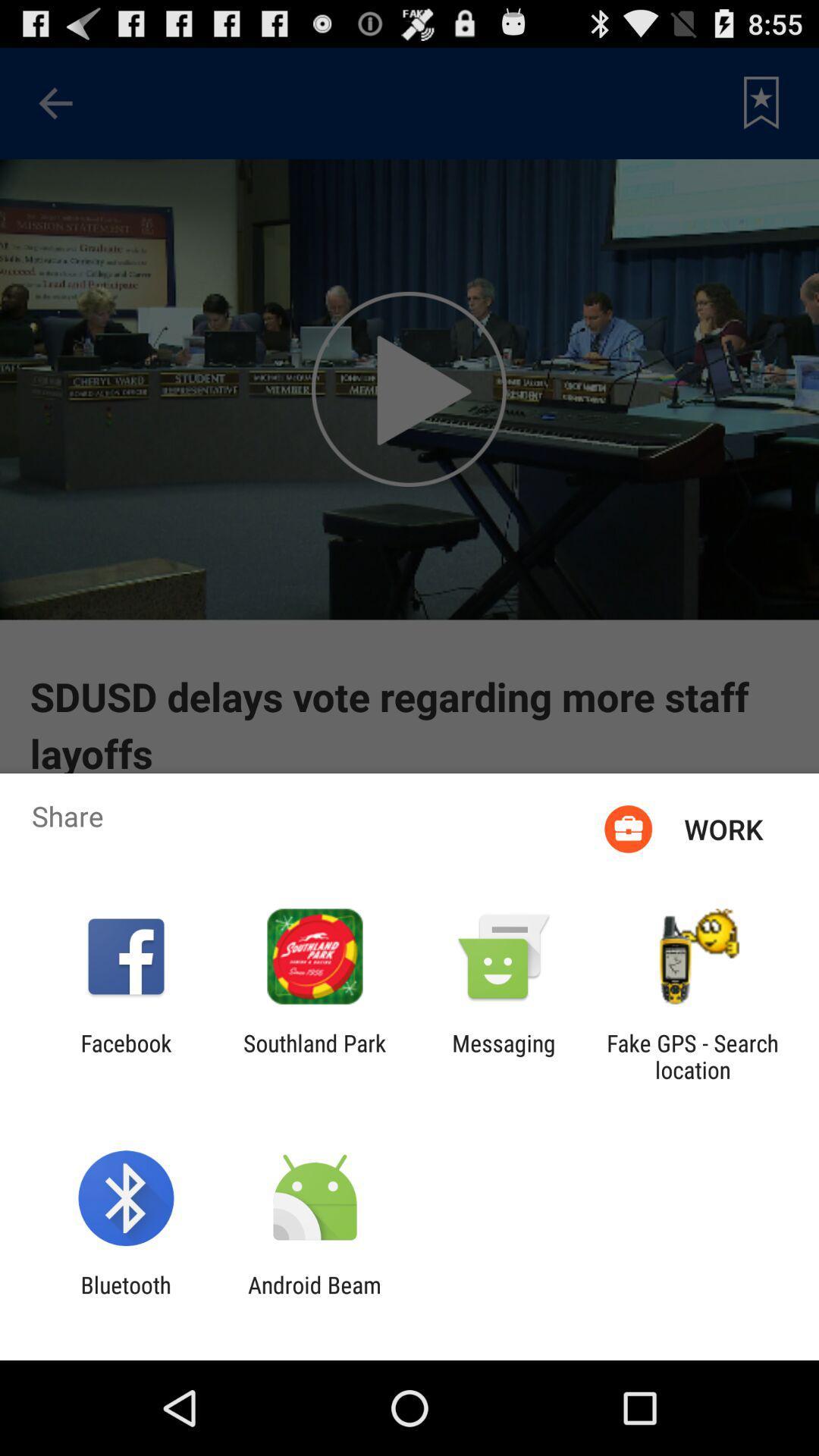 This screenshot has width=819, height=1456. Describe the element at coordinates (504, 1056) in the screenshot. I see `item next to fake gps search item` at that location.